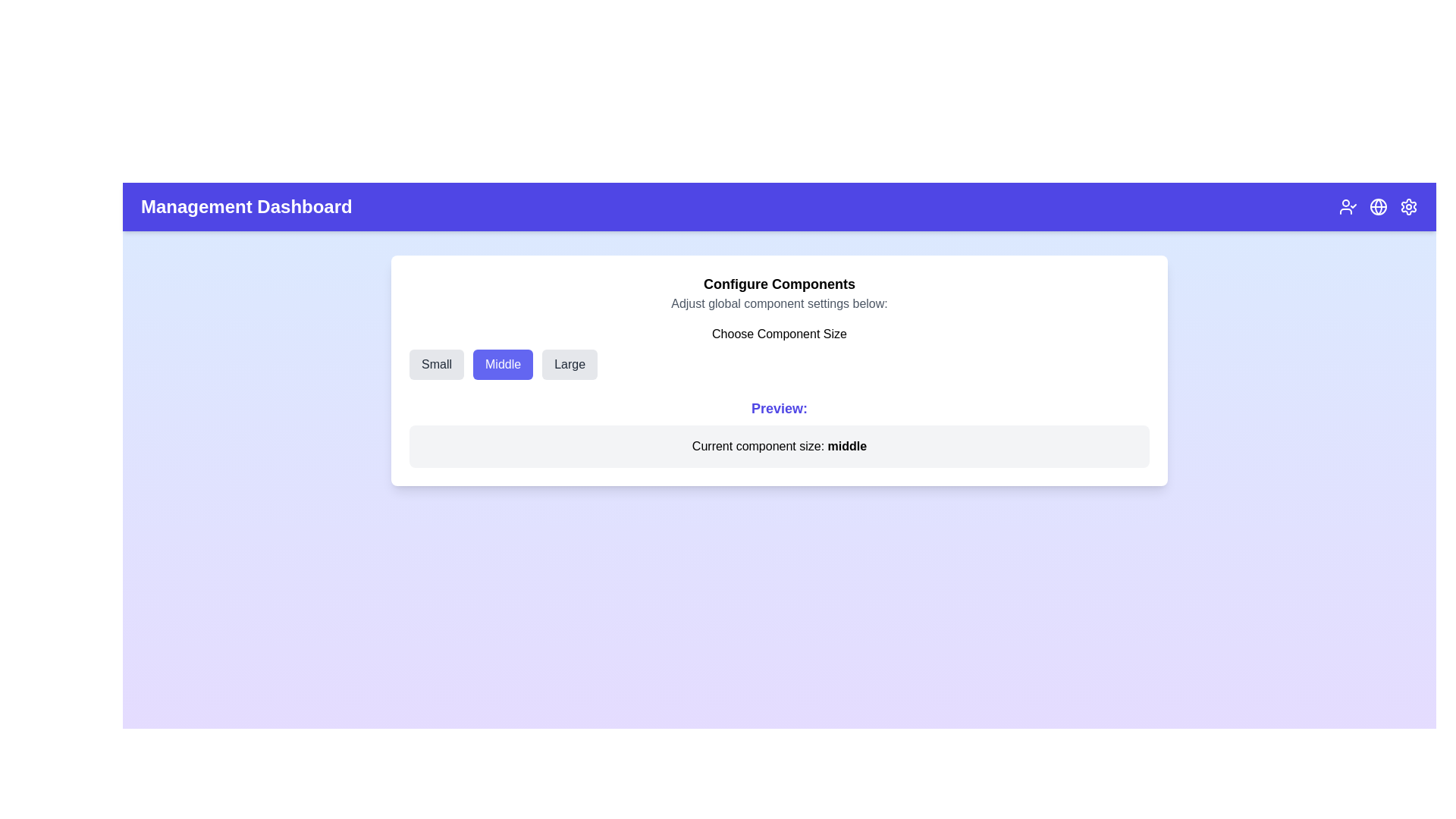  I want to click on the text label displaying 'middle' in bold black font, part of the sentence 'Current component size: middle', located in the lower section of a white card-like panel, so click(846, 445).